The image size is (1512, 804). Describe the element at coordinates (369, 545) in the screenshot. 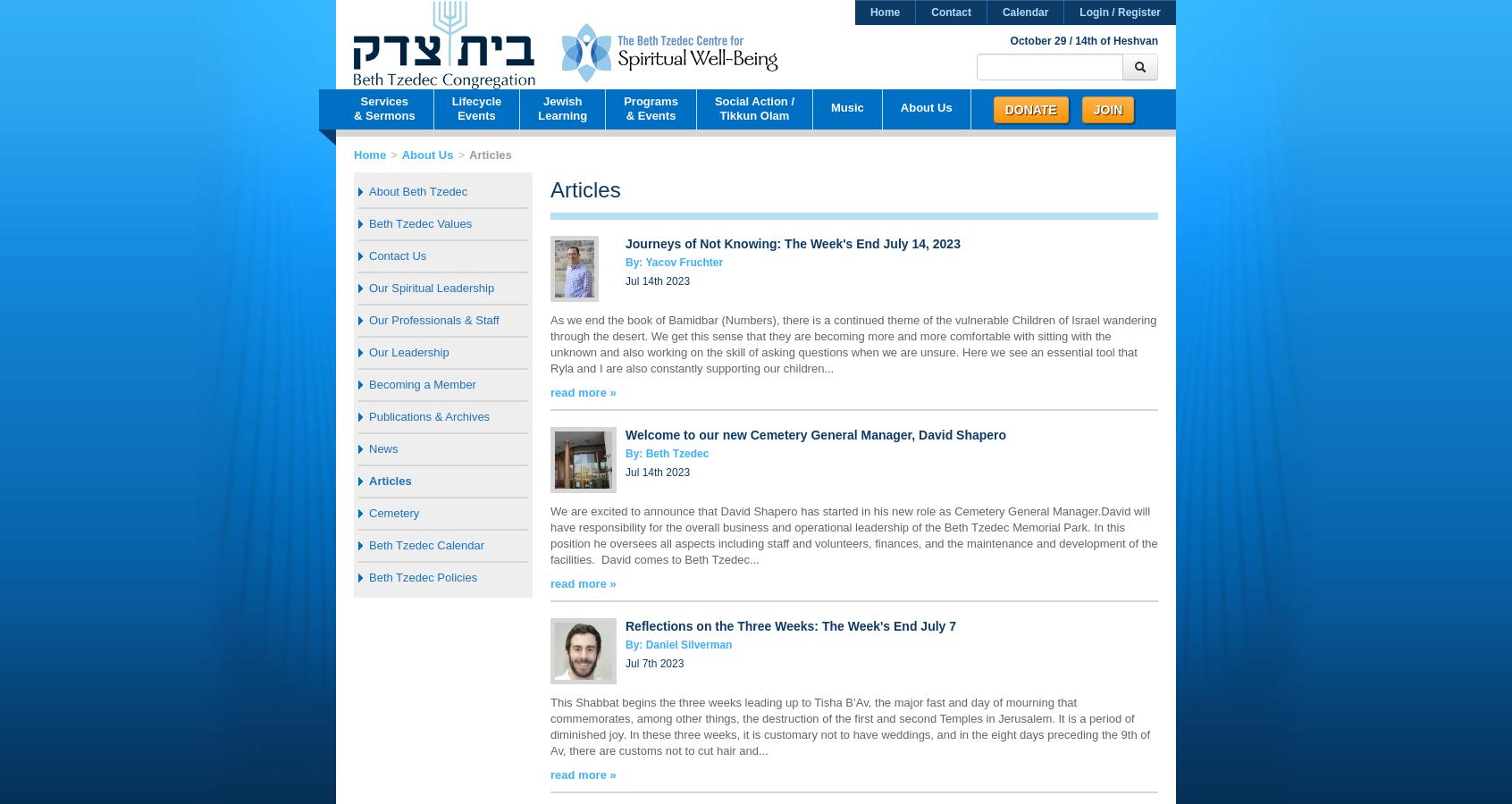

I see `'Beth Tzedec Calendar'` at that location.